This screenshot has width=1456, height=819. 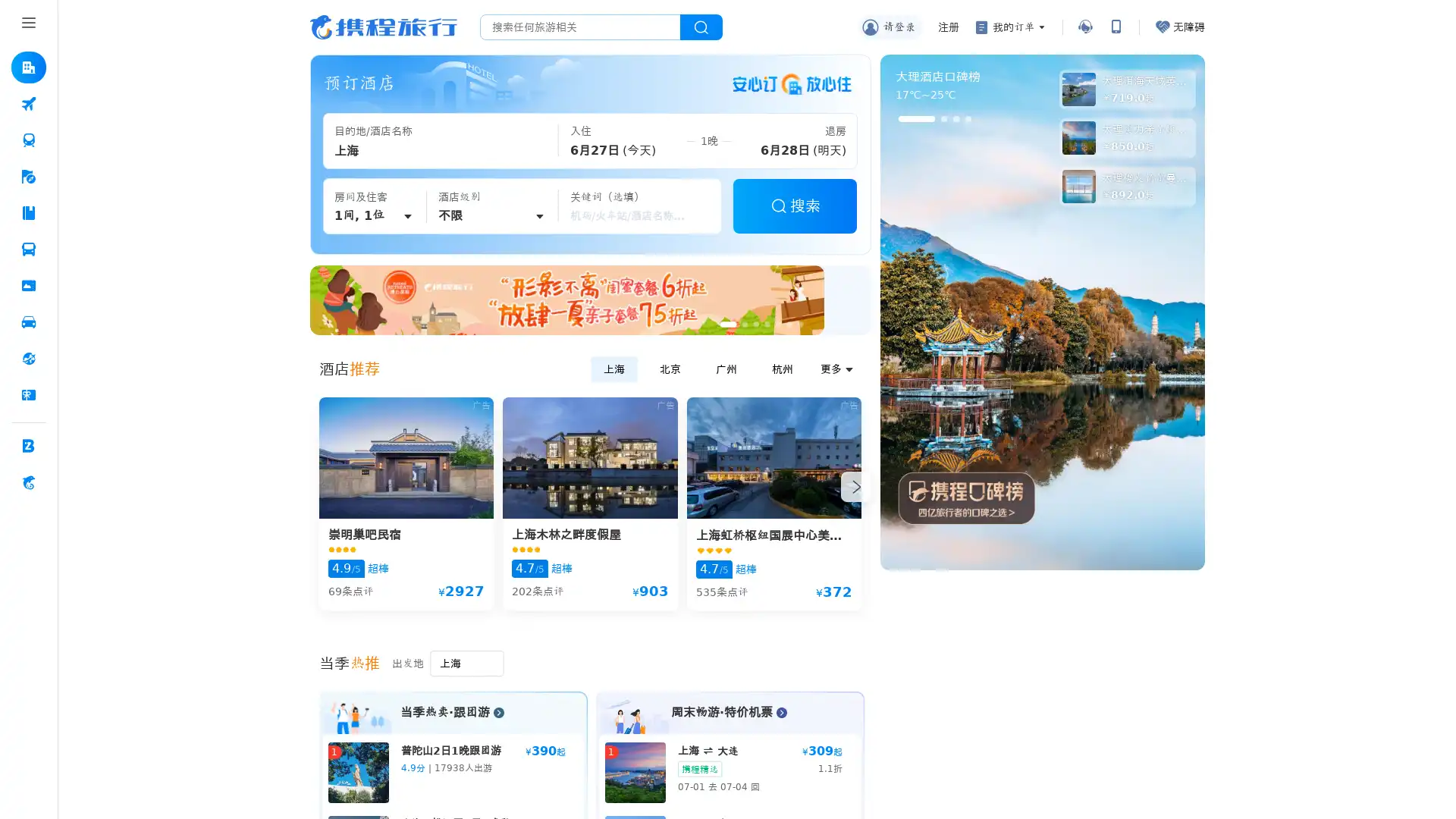 I want to click on Go to slide 6, so click(x=832, y=329).